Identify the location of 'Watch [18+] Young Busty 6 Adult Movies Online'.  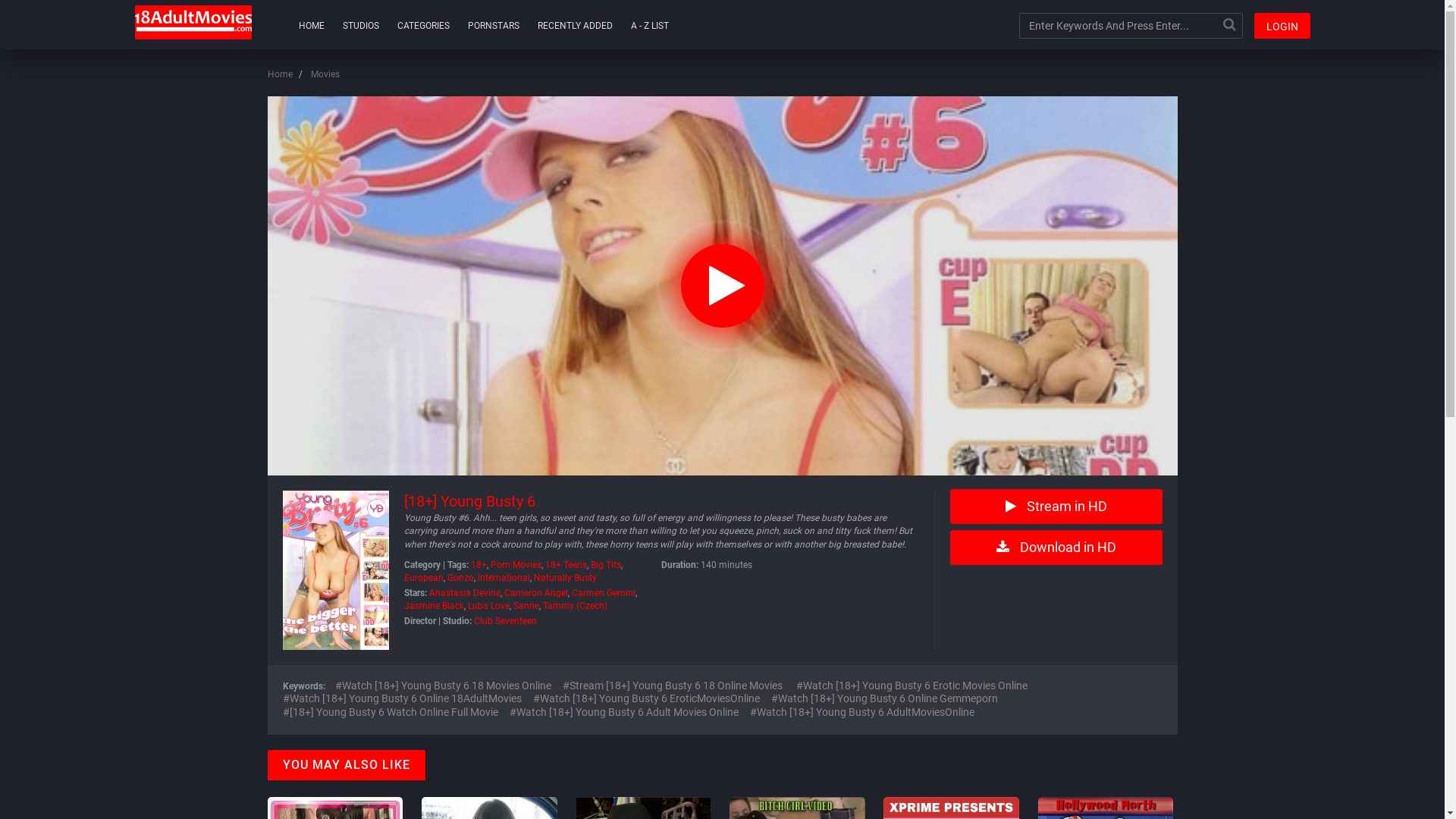
(623, 713).